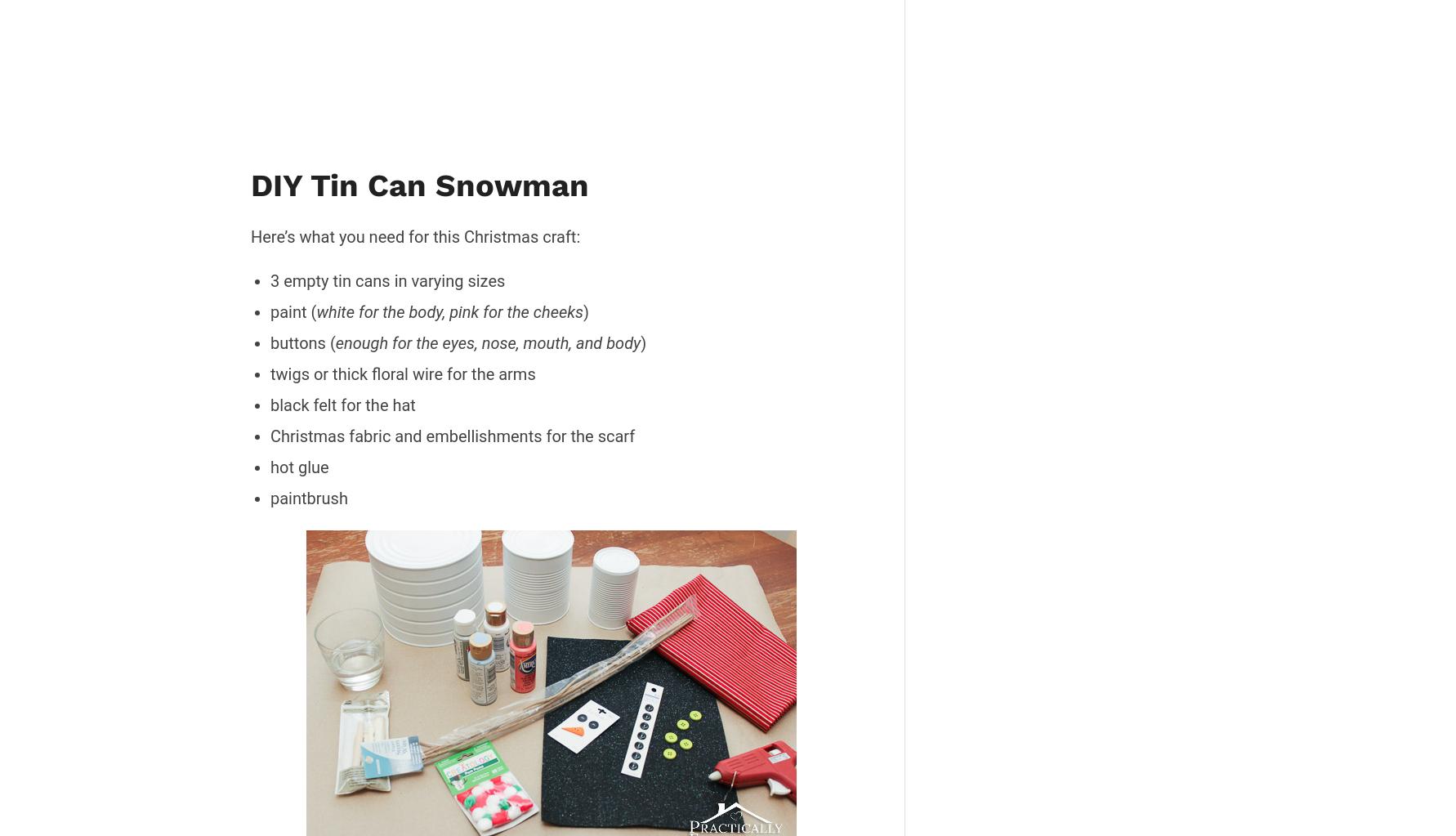 Image resolution: width=1456 pixels, height=836 pixels. What do you see at coordinates (308, 496) in the screenshot?
I see `'paintbrush'` at bounding box center [308, 496].